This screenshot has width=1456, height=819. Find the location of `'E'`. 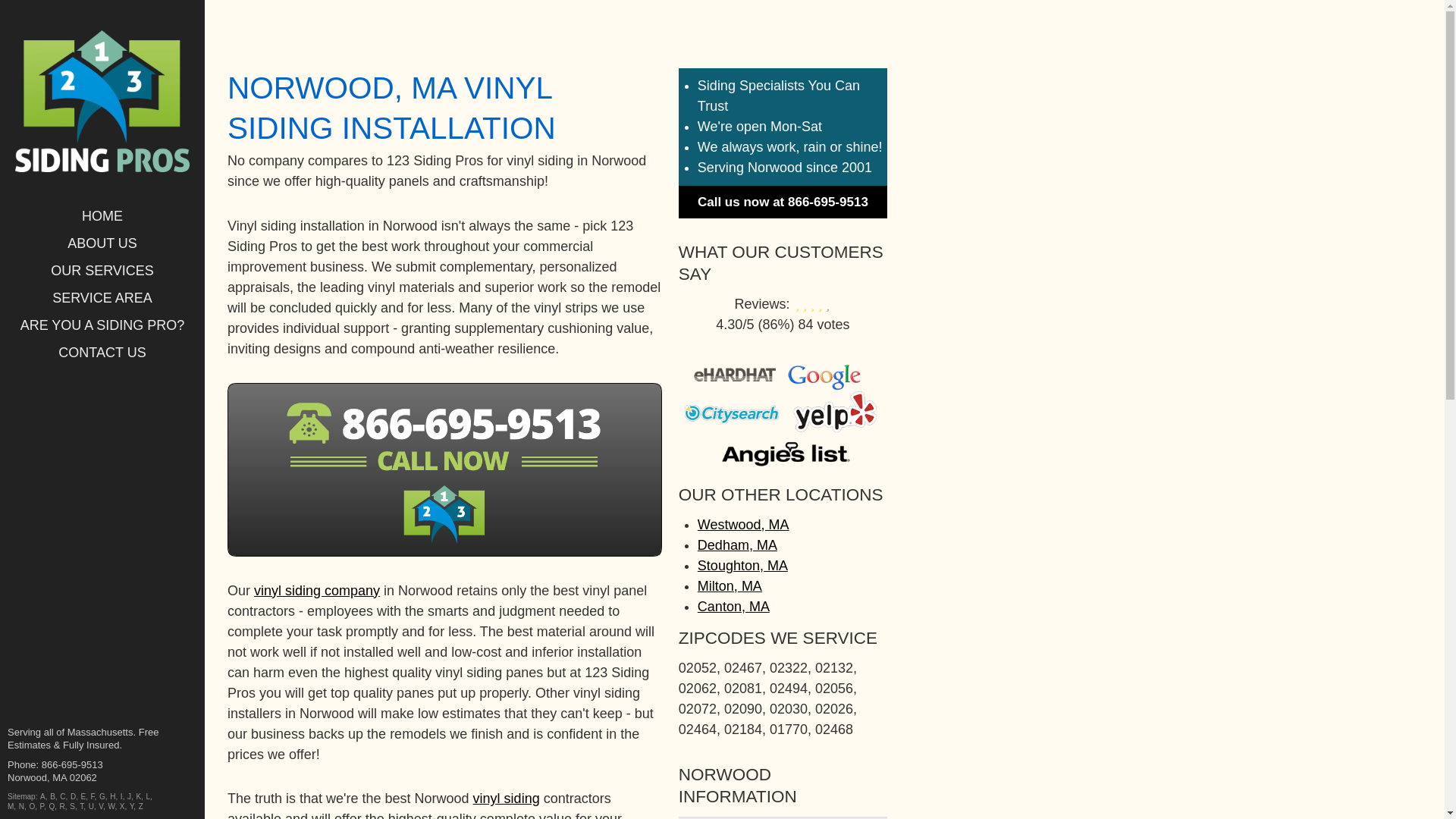

'E' is located at coordinates (80, 795).